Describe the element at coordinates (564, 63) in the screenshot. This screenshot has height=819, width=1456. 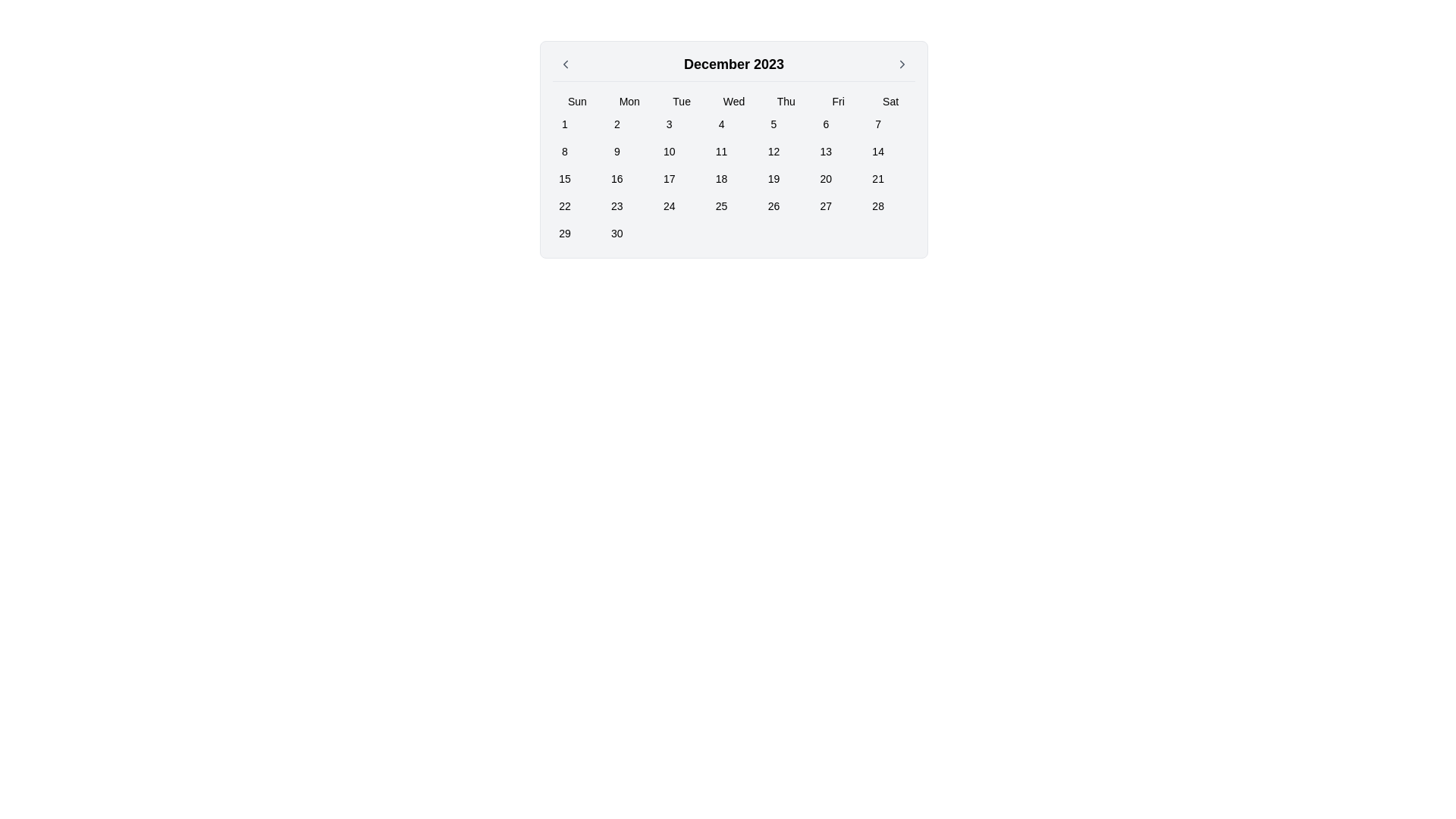
I see `the left-facing chevron icon button located near the top-left corner of the calendar panel, just to the left of the calendar title 'December 2023'` at that location.